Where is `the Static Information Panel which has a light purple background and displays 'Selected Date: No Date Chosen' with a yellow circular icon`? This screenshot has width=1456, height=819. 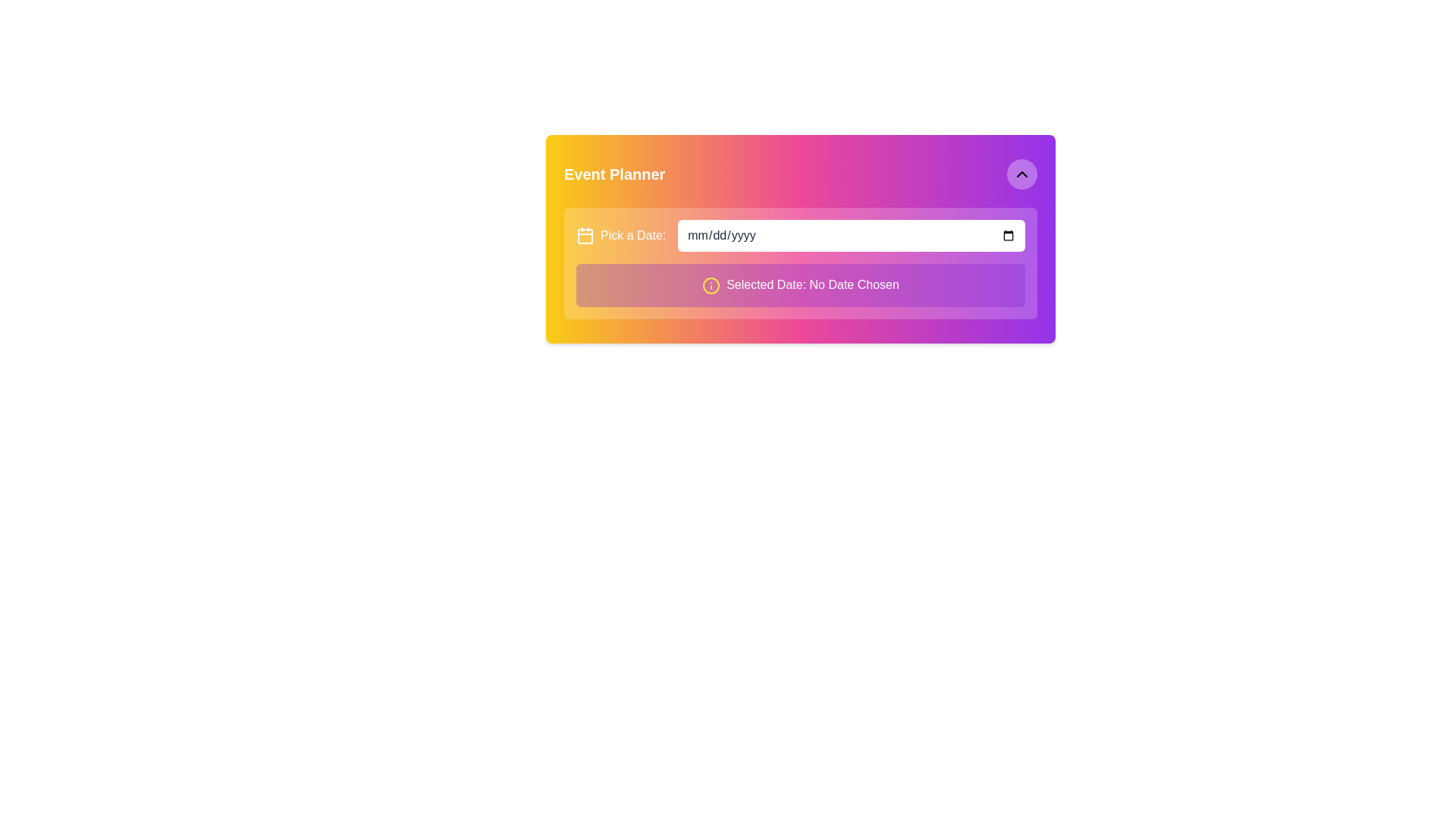 the Static Information Panel which has a light purple background and displays 'Selected Date: No Date Chosen' with a yellow circular icon is located at coordinates (800, 284).